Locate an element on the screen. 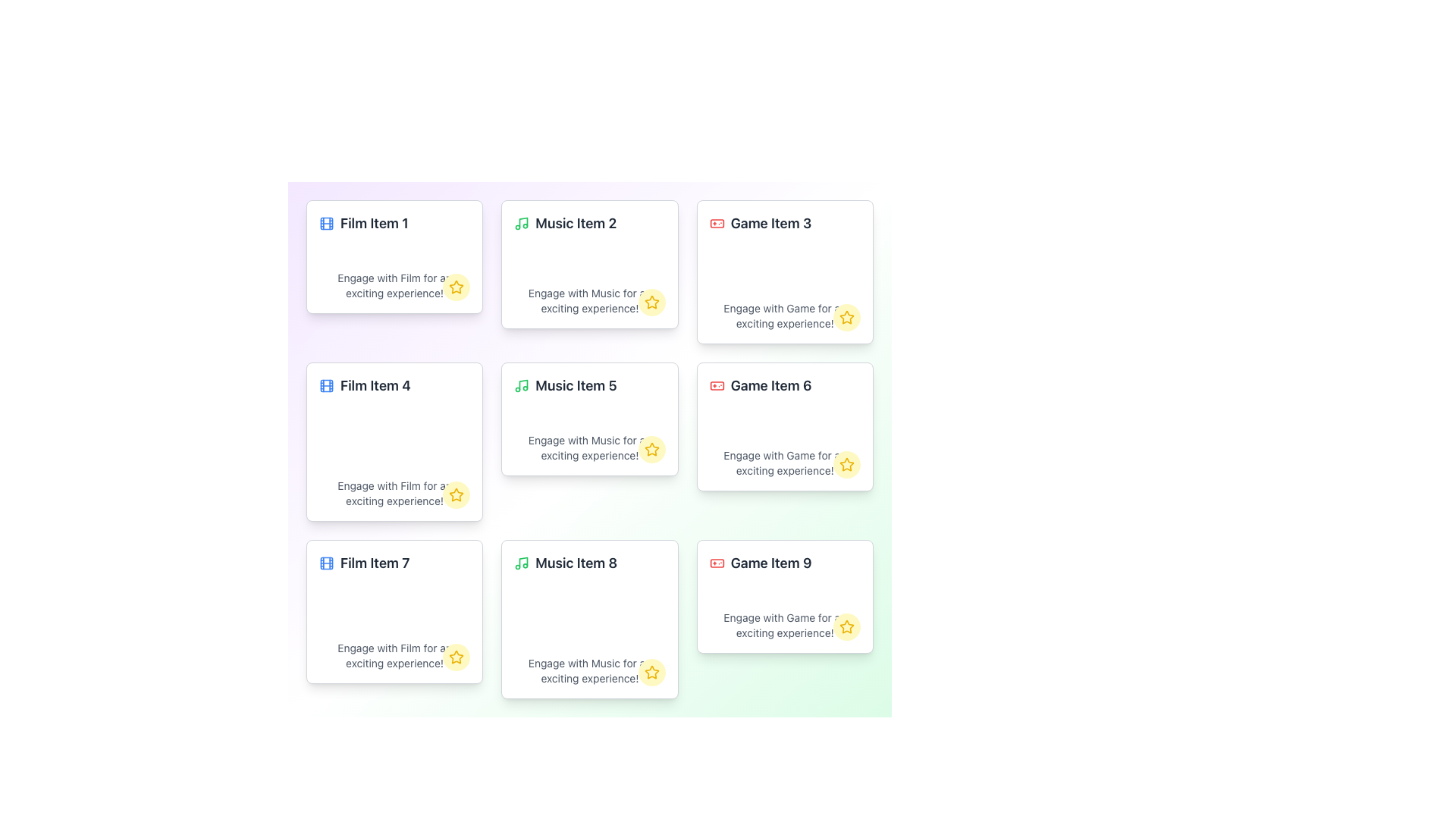  the music icon located to the left of the text 'Music Item 5' in the card layout is located at coordinates (522, 385).